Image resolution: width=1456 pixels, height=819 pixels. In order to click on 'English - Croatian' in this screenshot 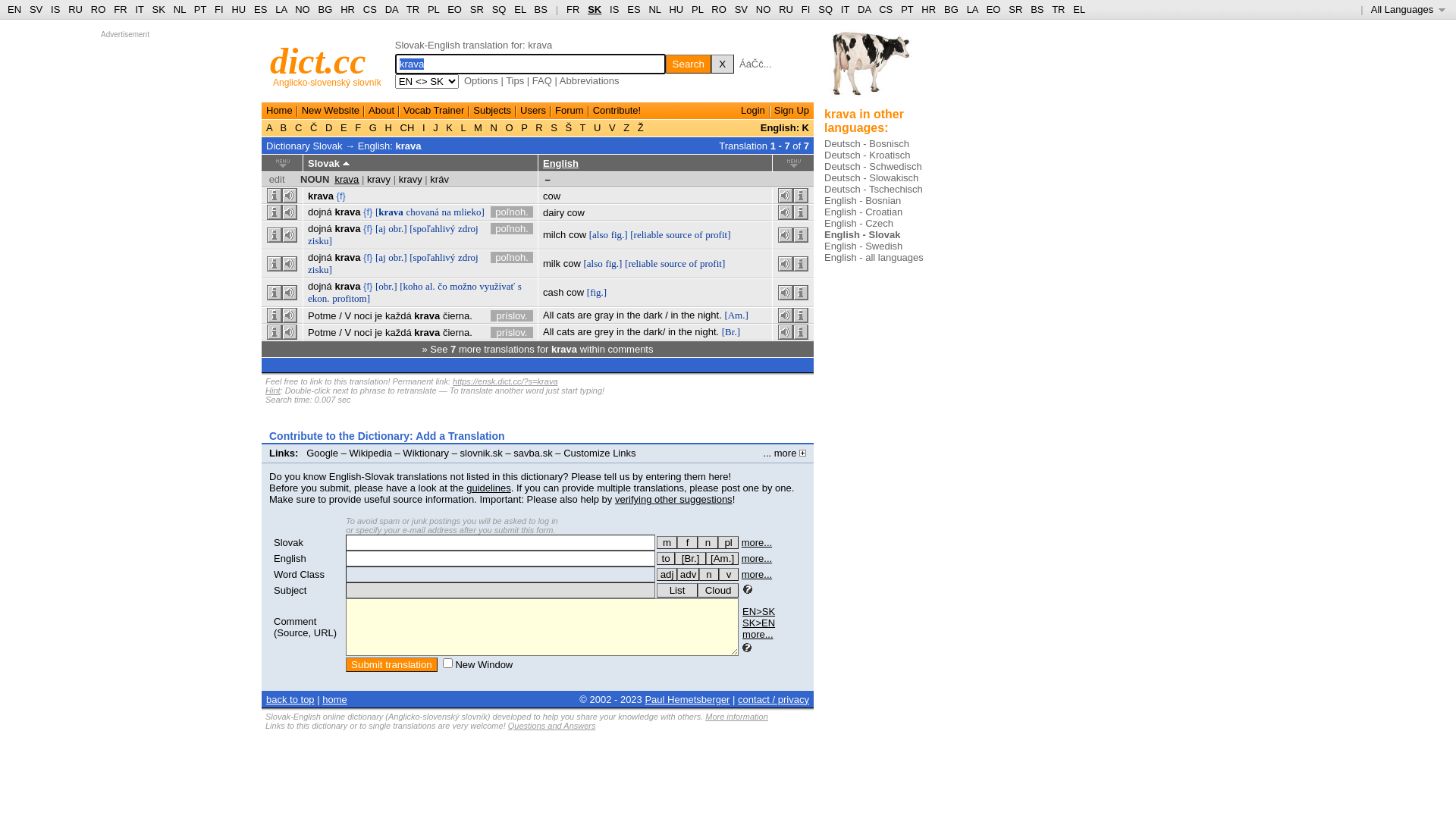, I will do `click(863, 212)`.